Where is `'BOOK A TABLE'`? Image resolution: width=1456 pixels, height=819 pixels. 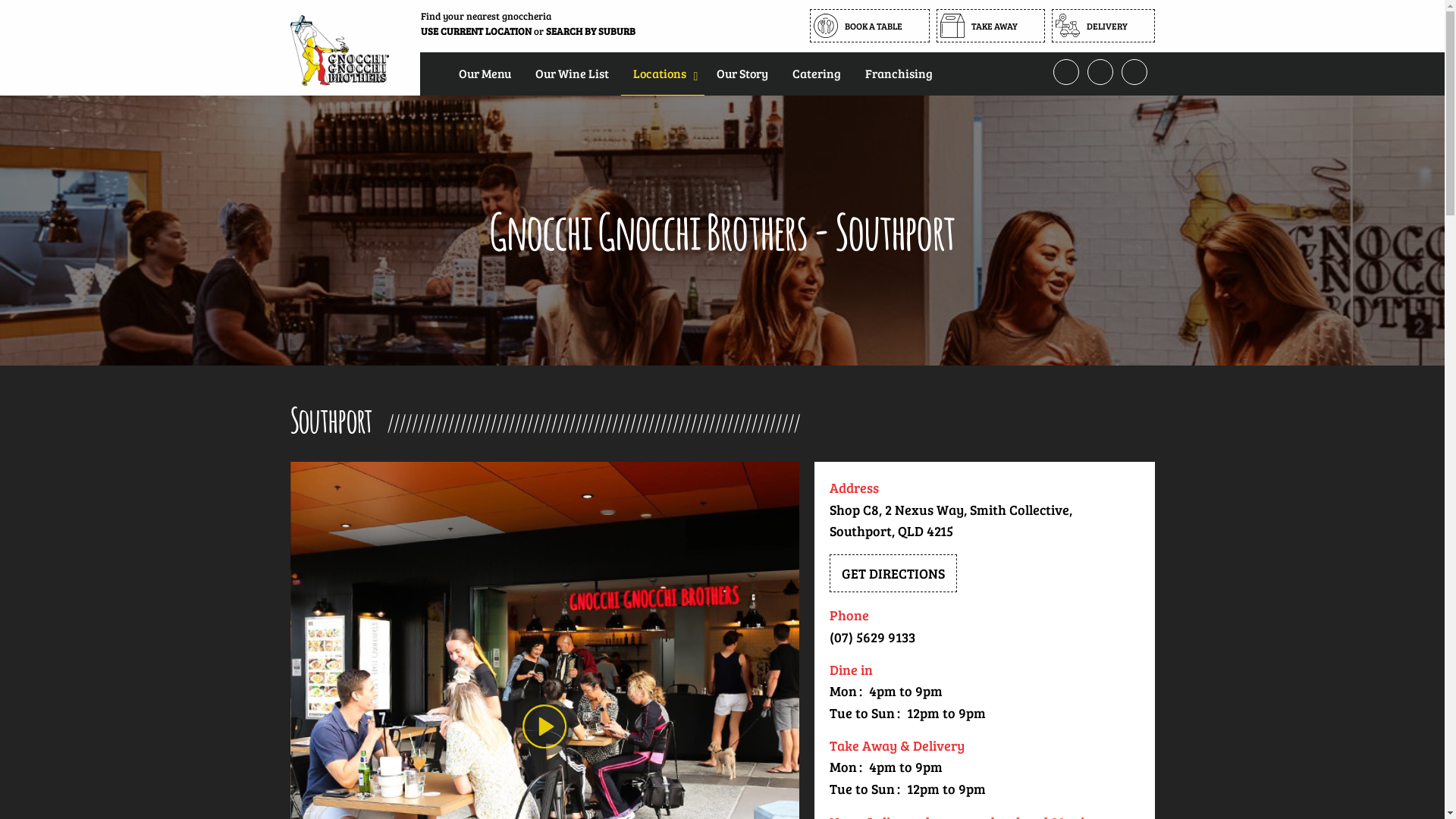 'BOOK A TABLE' is located at coordinates (809, 26).